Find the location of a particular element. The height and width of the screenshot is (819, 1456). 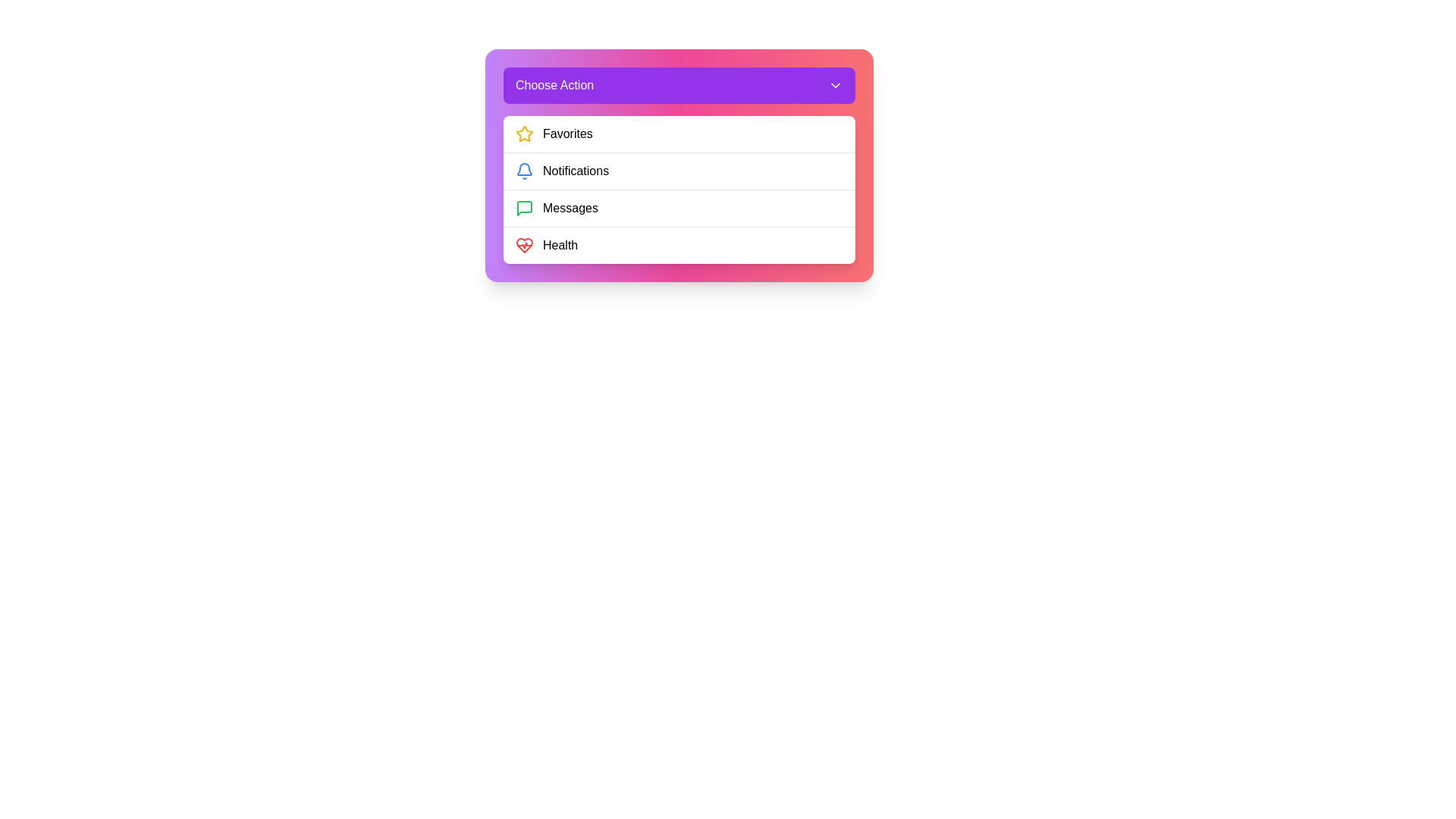

the second item in the dropdown menu, which is located below 'Favorites' and above 'Messages' is located at coordinates (679, 189).